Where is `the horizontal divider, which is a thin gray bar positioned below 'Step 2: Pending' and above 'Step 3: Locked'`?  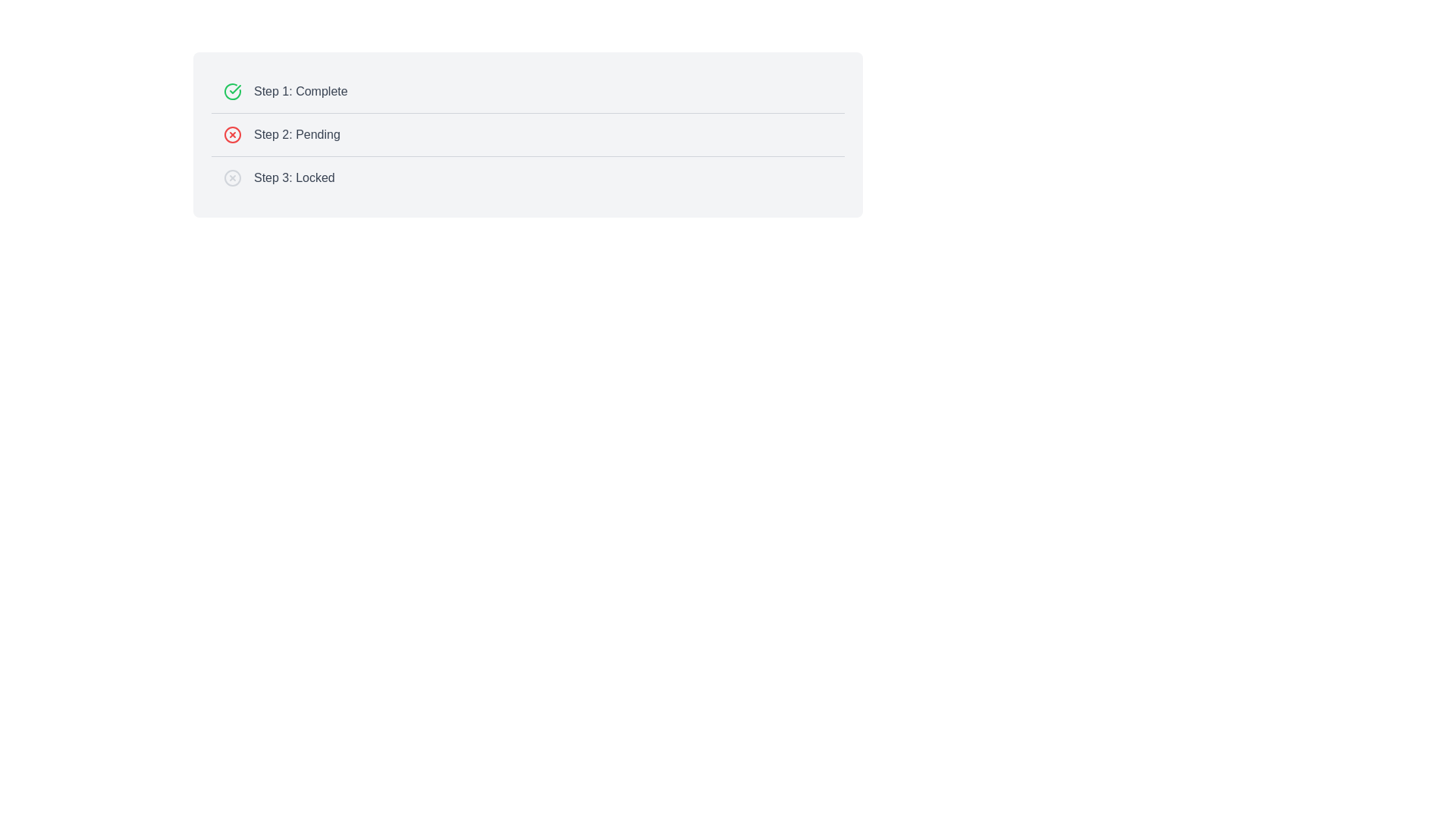 the horizontal divider, which is a thin gray bar positioned below 'Step 2: Pending' and above 'Step 3: Locked' is located at coordinates (528, 156).